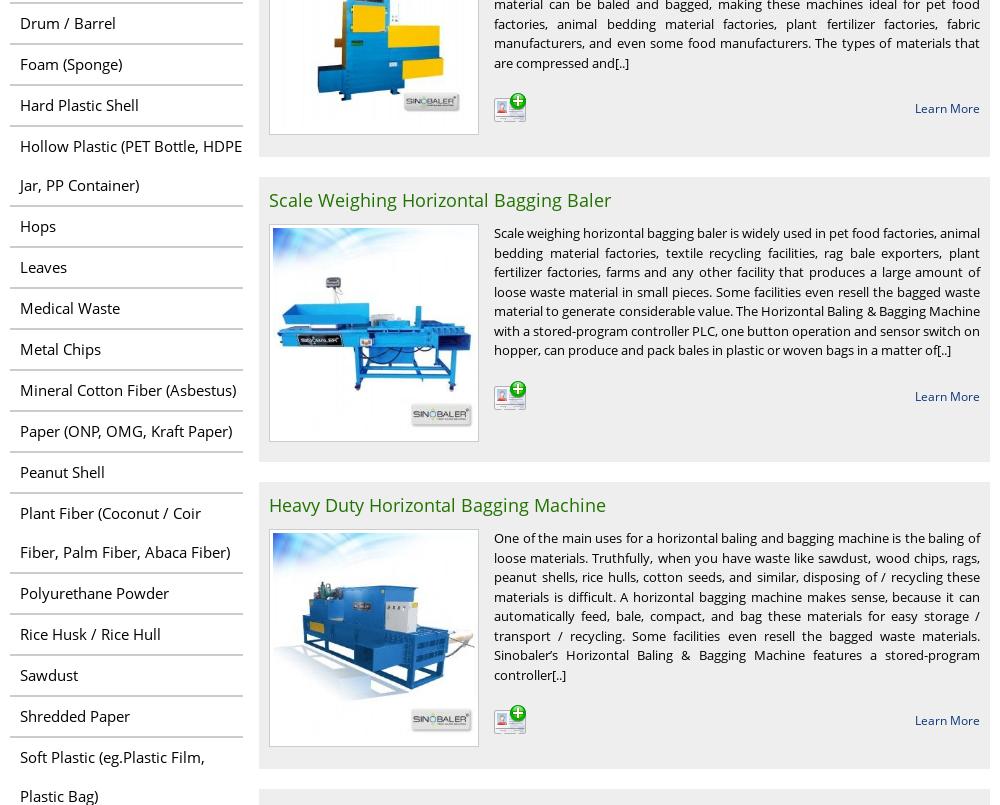 The height and width of the screenshot is (805, 1000). Describe the element at coordinates (49, 673) in the screenshot. I see `'Sawdust'` at that location.